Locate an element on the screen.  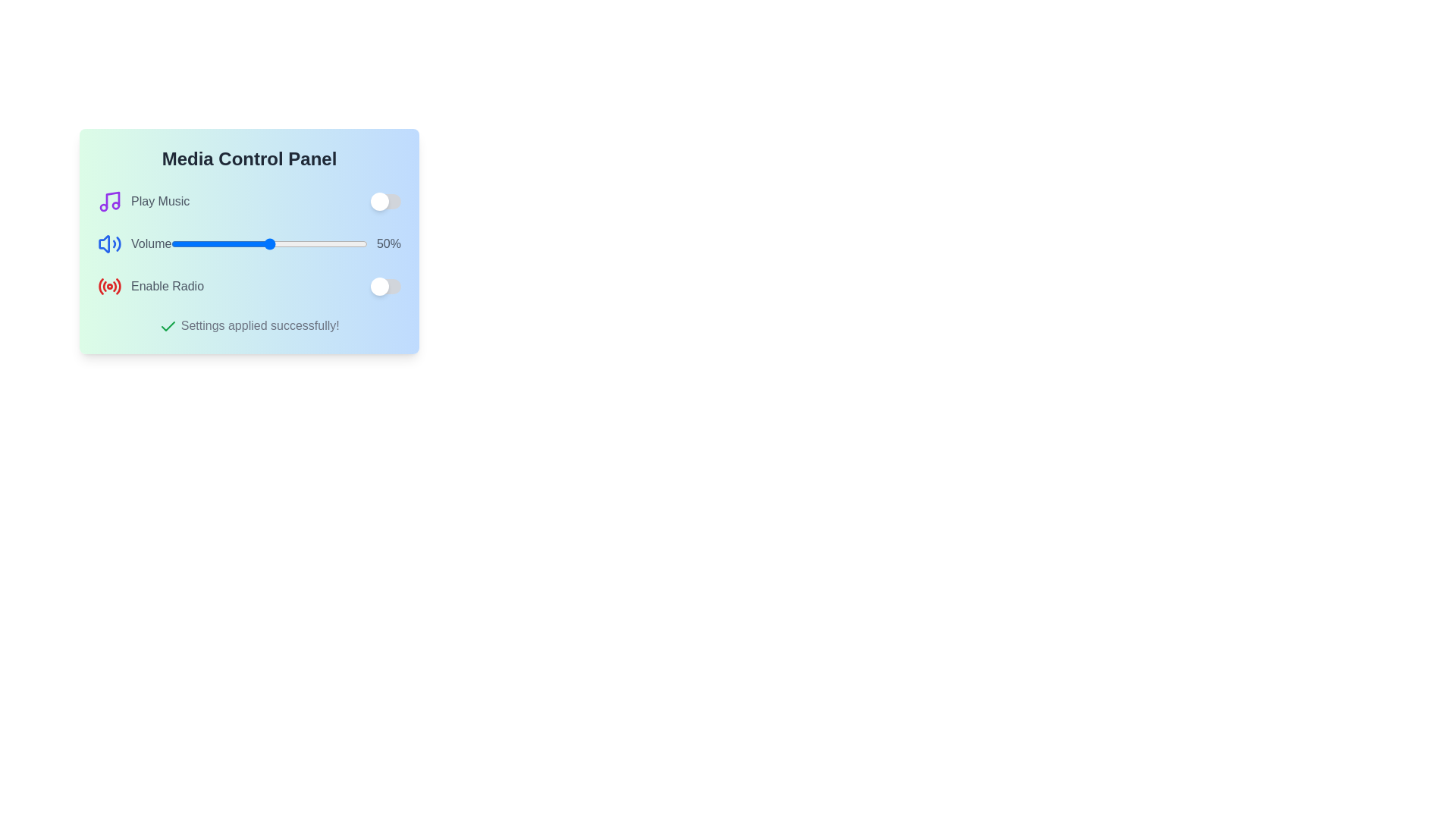
the Text Label with Icon that enables or disables a radio-related feature in the Media Control Panel, located in the middle-left section as the third option in a vertical list of toggleable settings is located at coordinates (151, 287).